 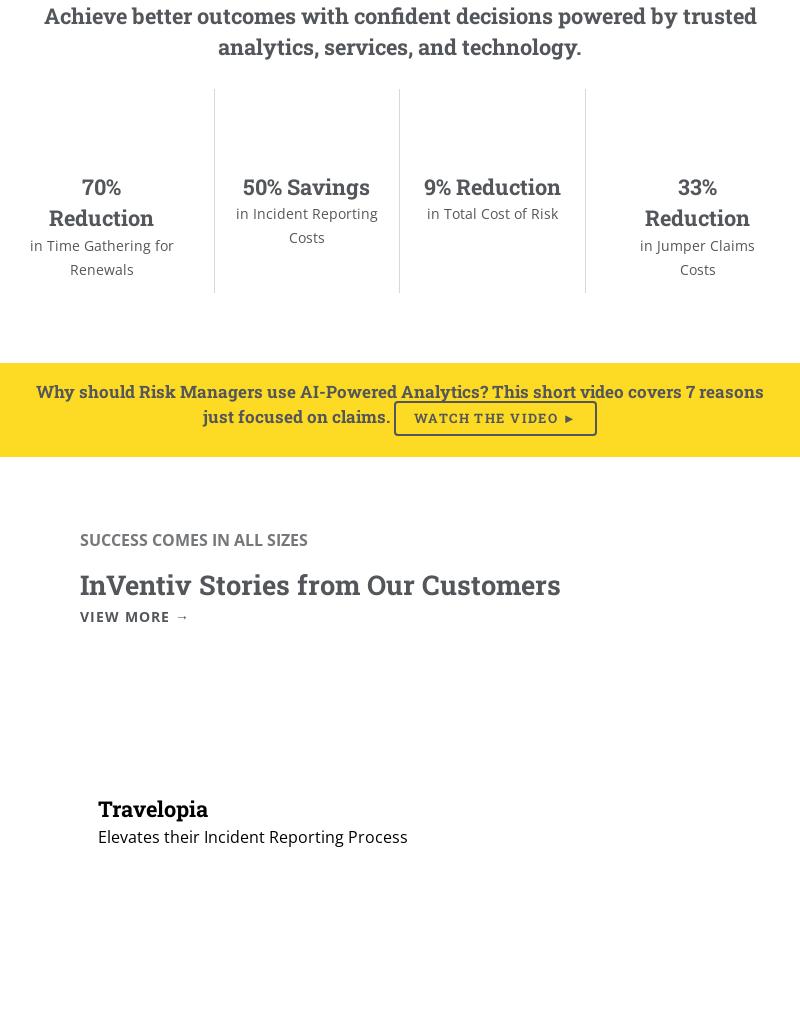 I want to click on '50% Savings', so click(x=305, y=184).